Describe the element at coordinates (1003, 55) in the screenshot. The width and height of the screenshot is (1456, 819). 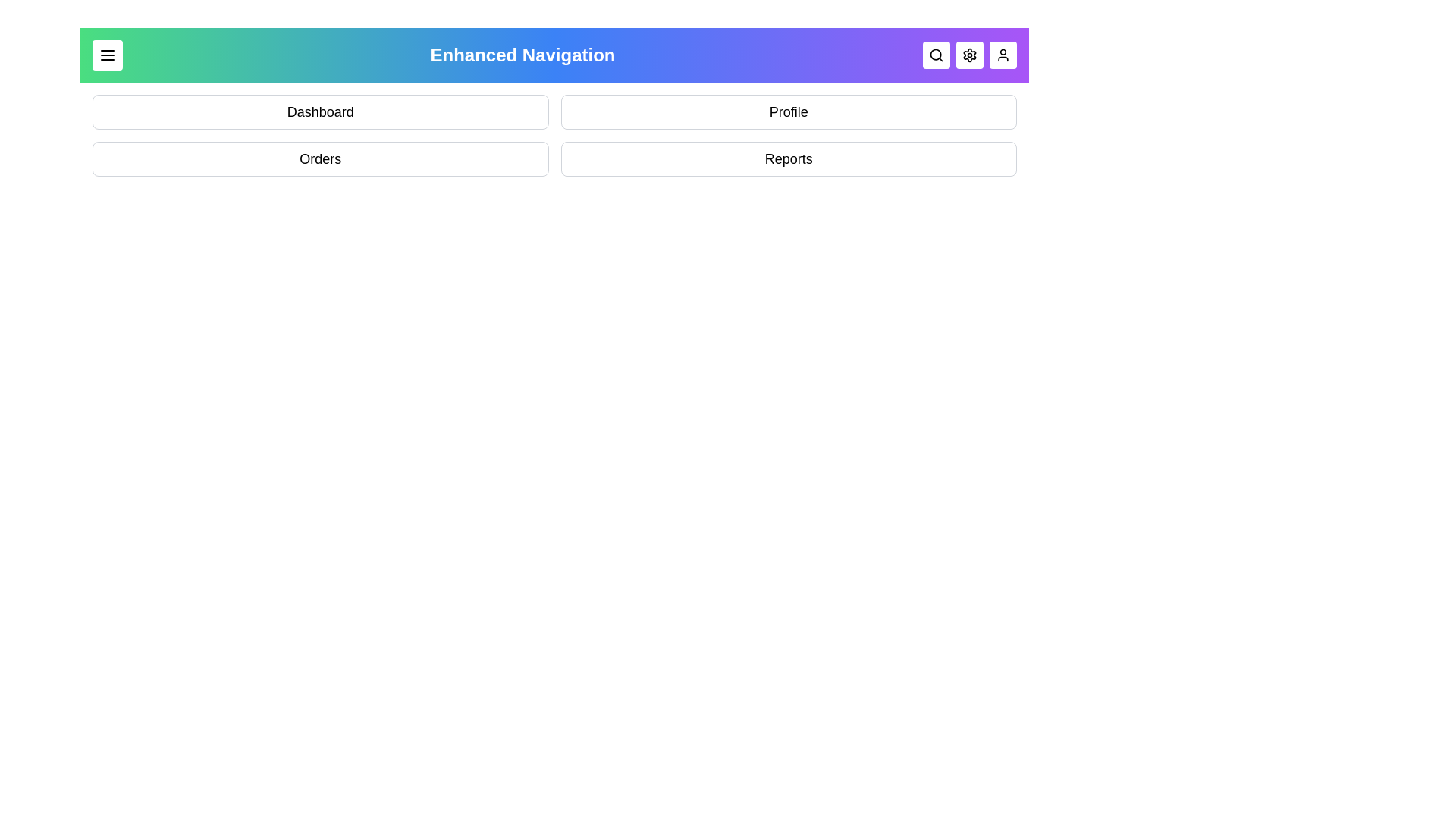
I see `the user profile button` at that location.